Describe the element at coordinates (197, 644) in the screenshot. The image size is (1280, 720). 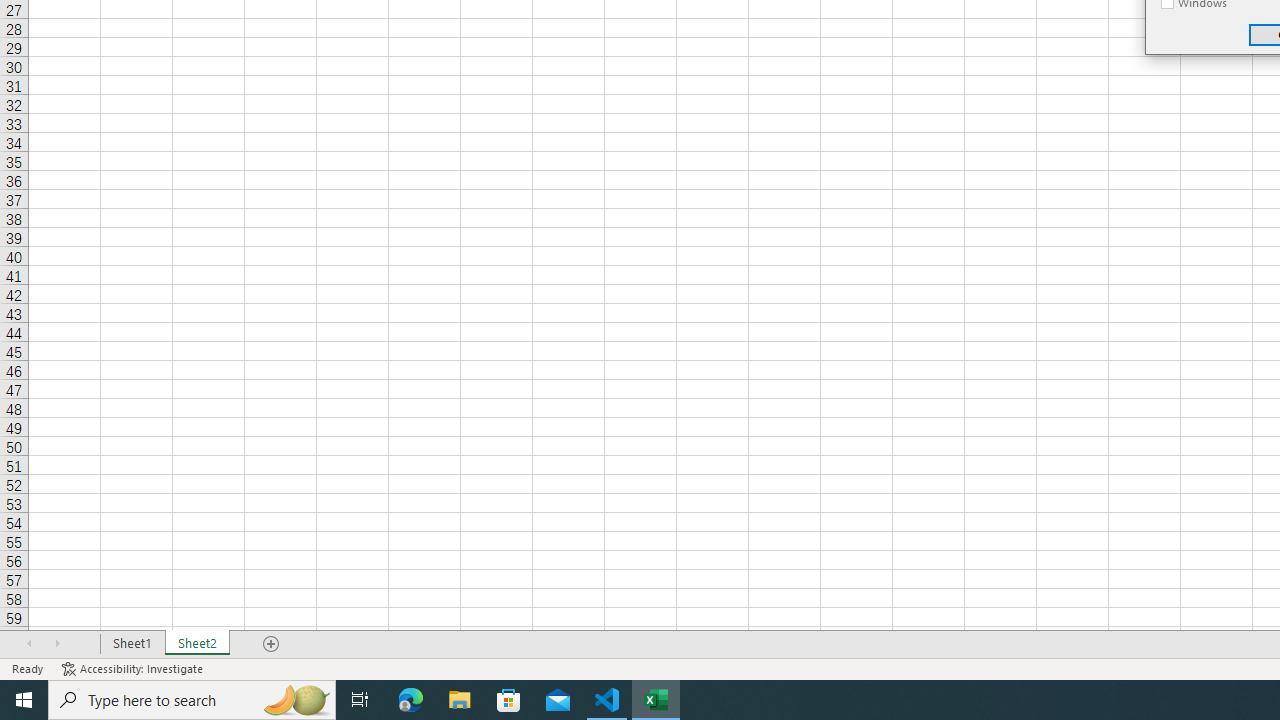
I see `'Sheet2'` at that location.